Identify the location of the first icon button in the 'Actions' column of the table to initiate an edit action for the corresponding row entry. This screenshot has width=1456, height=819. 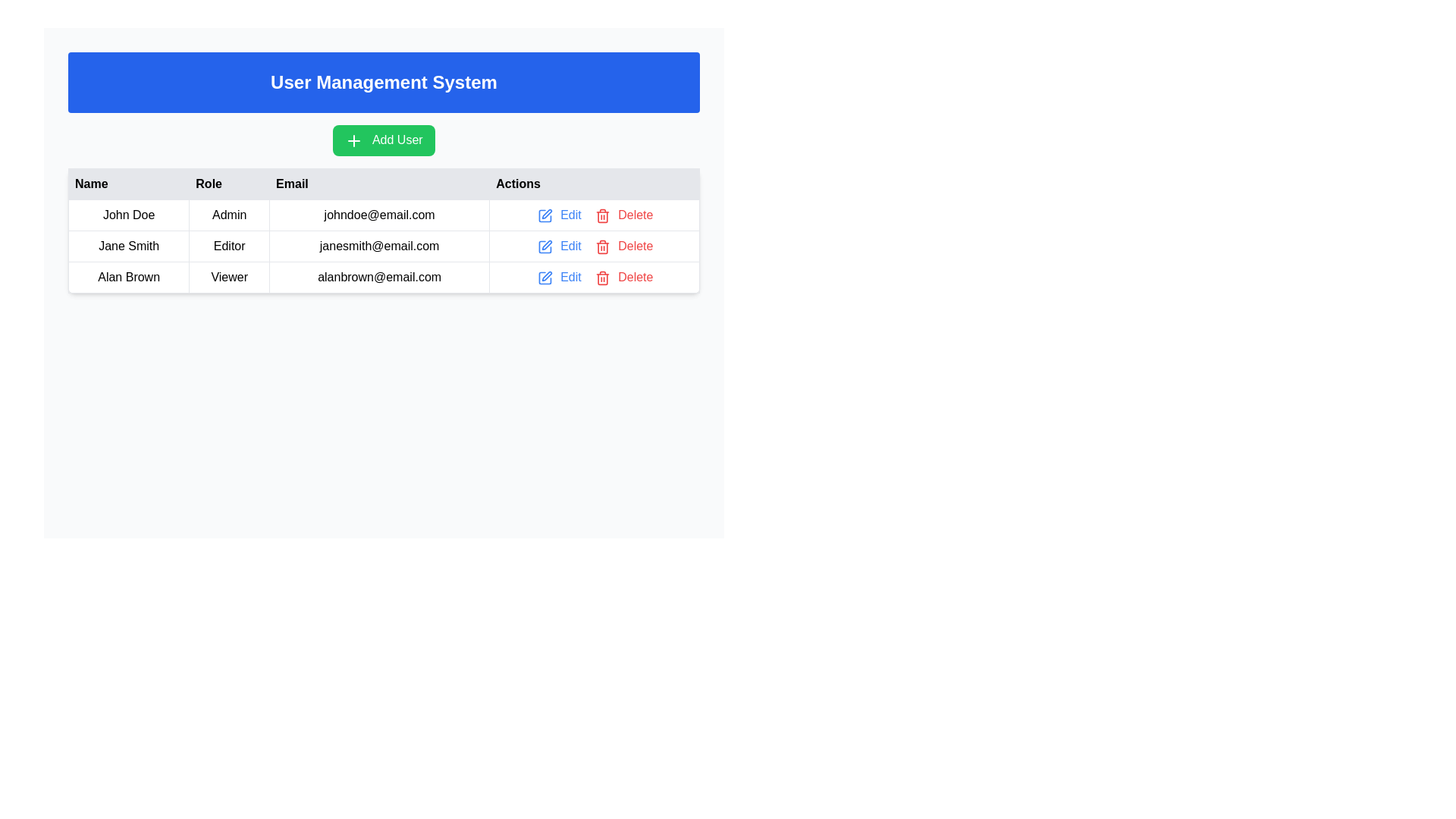
(544, 215).